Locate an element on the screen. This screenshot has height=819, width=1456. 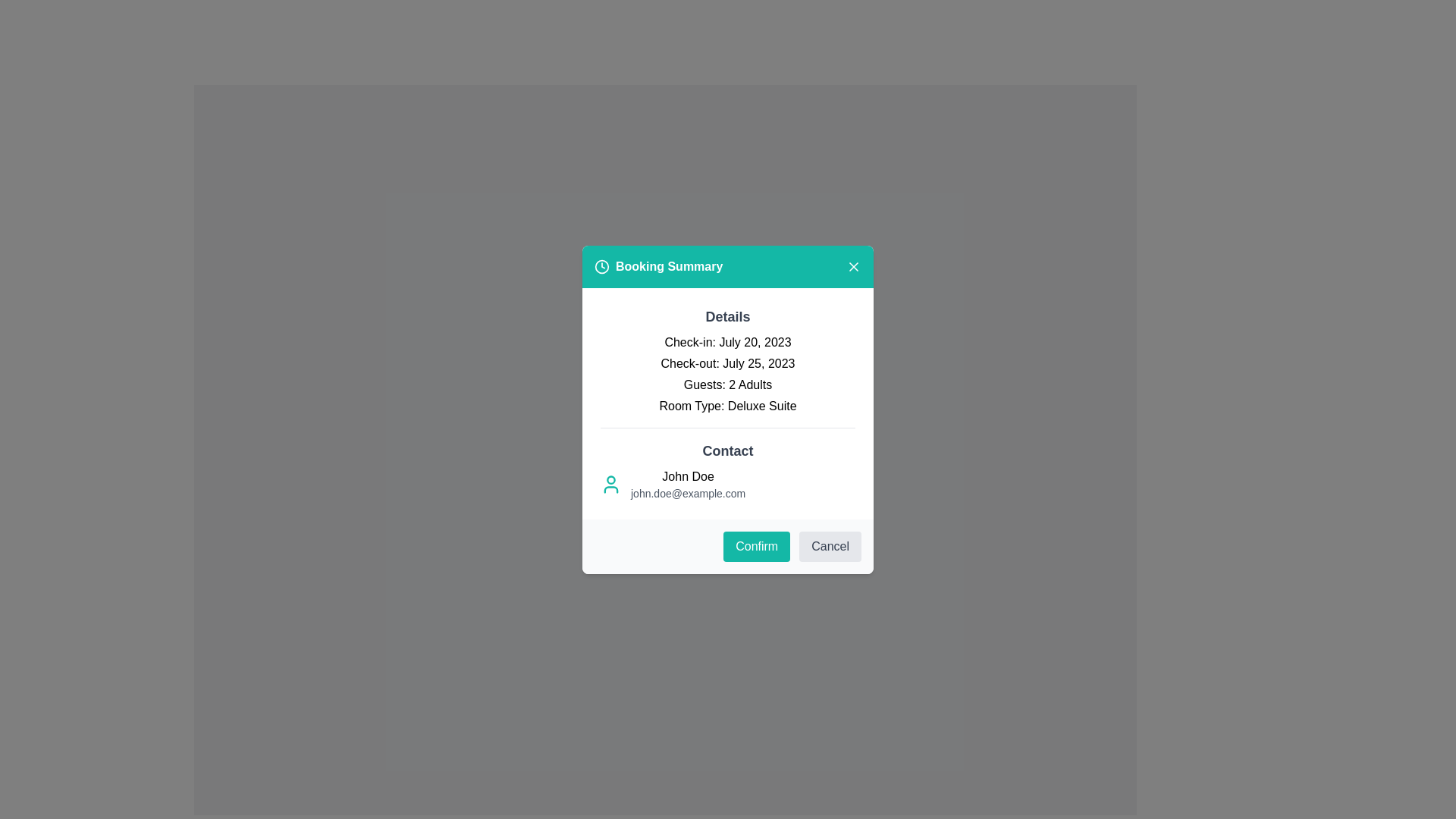
the cancellation button located at the bottom right of the modal dialog is located at coordinates (830, 546).